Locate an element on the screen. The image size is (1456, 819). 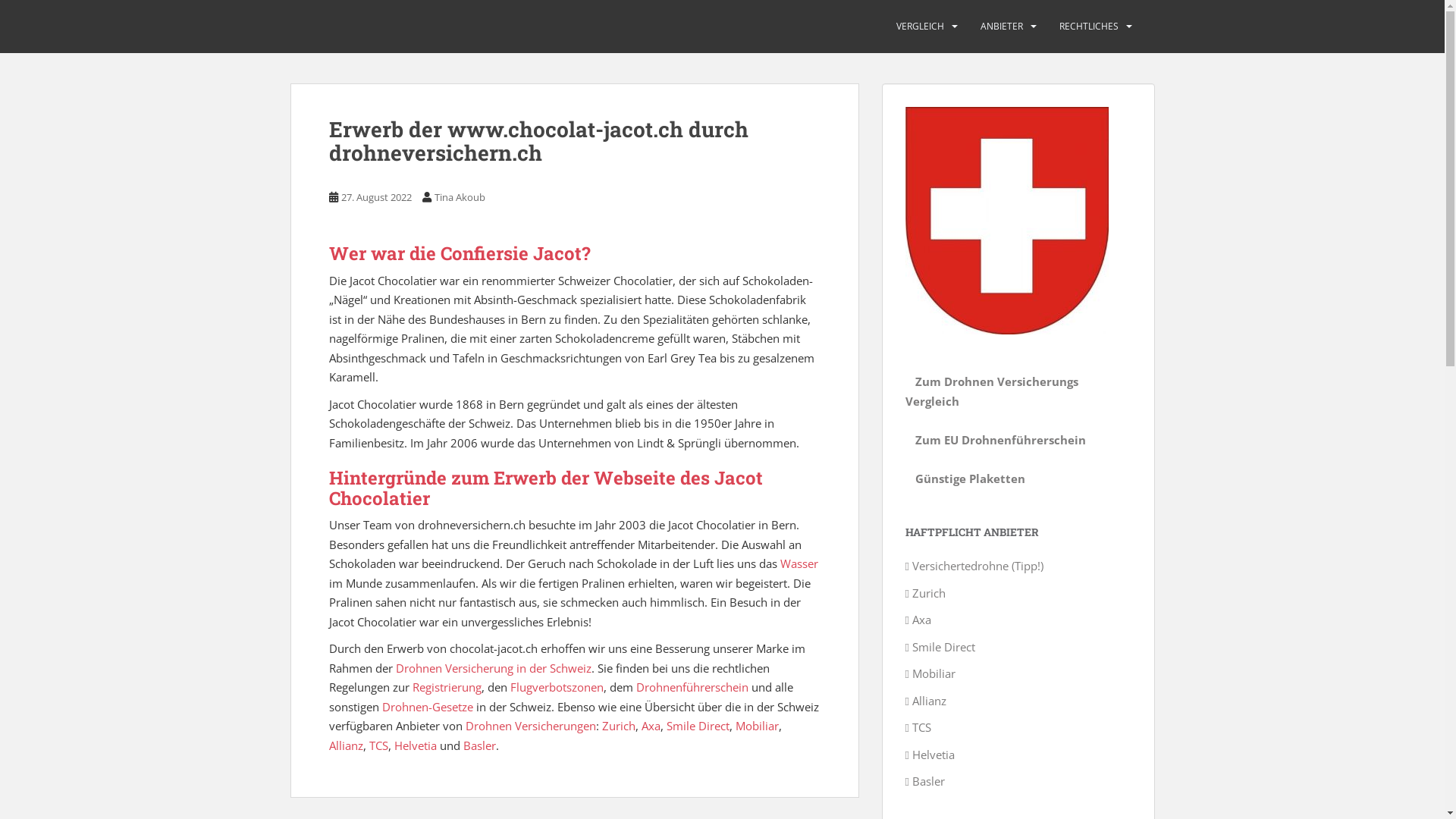
'ANBIETER' is located at coordinates (1001, 26).